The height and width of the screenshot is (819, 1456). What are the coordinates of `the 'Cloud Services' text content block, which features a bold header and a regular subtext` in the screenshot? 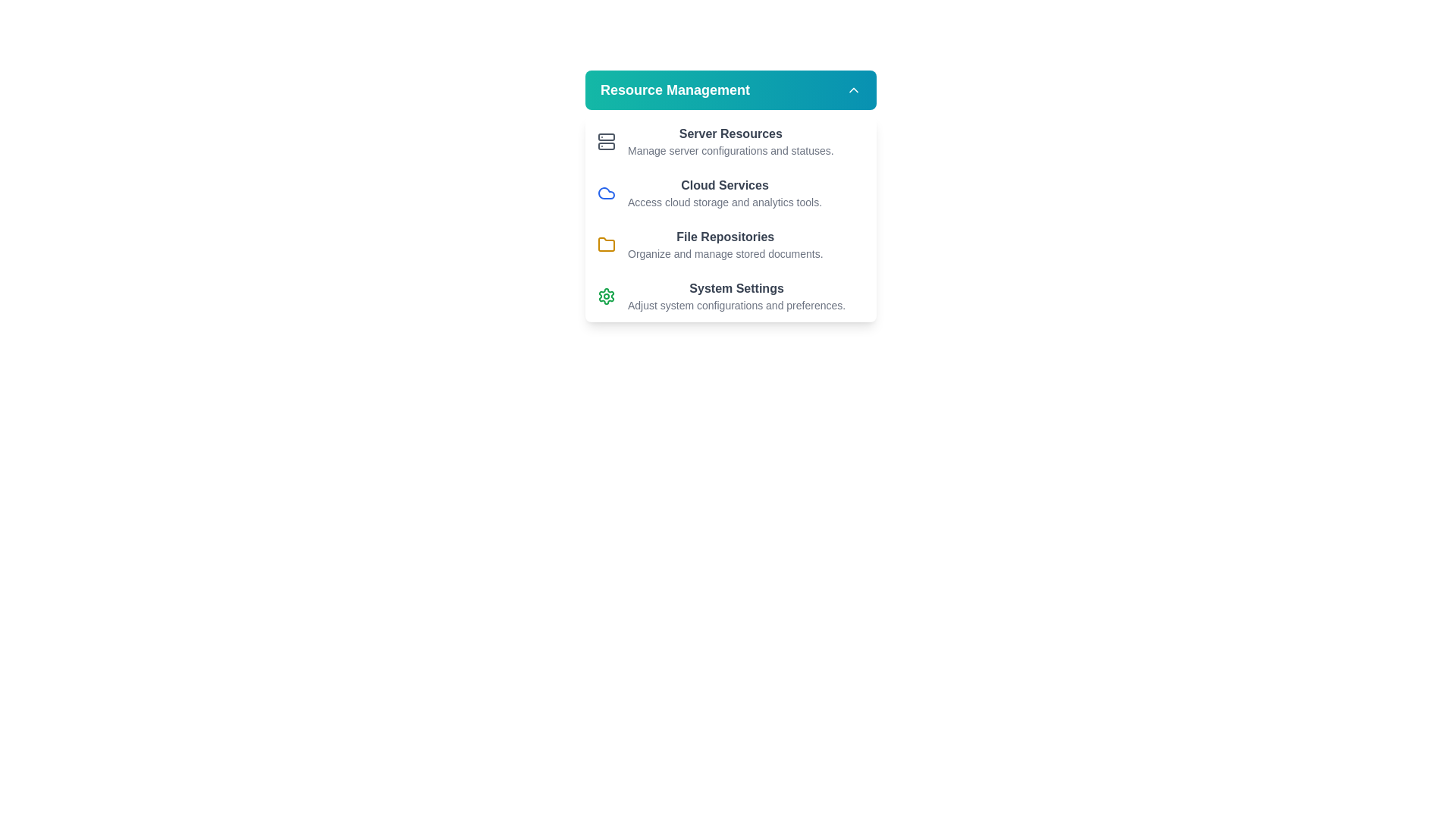 It's located at (723, 192).